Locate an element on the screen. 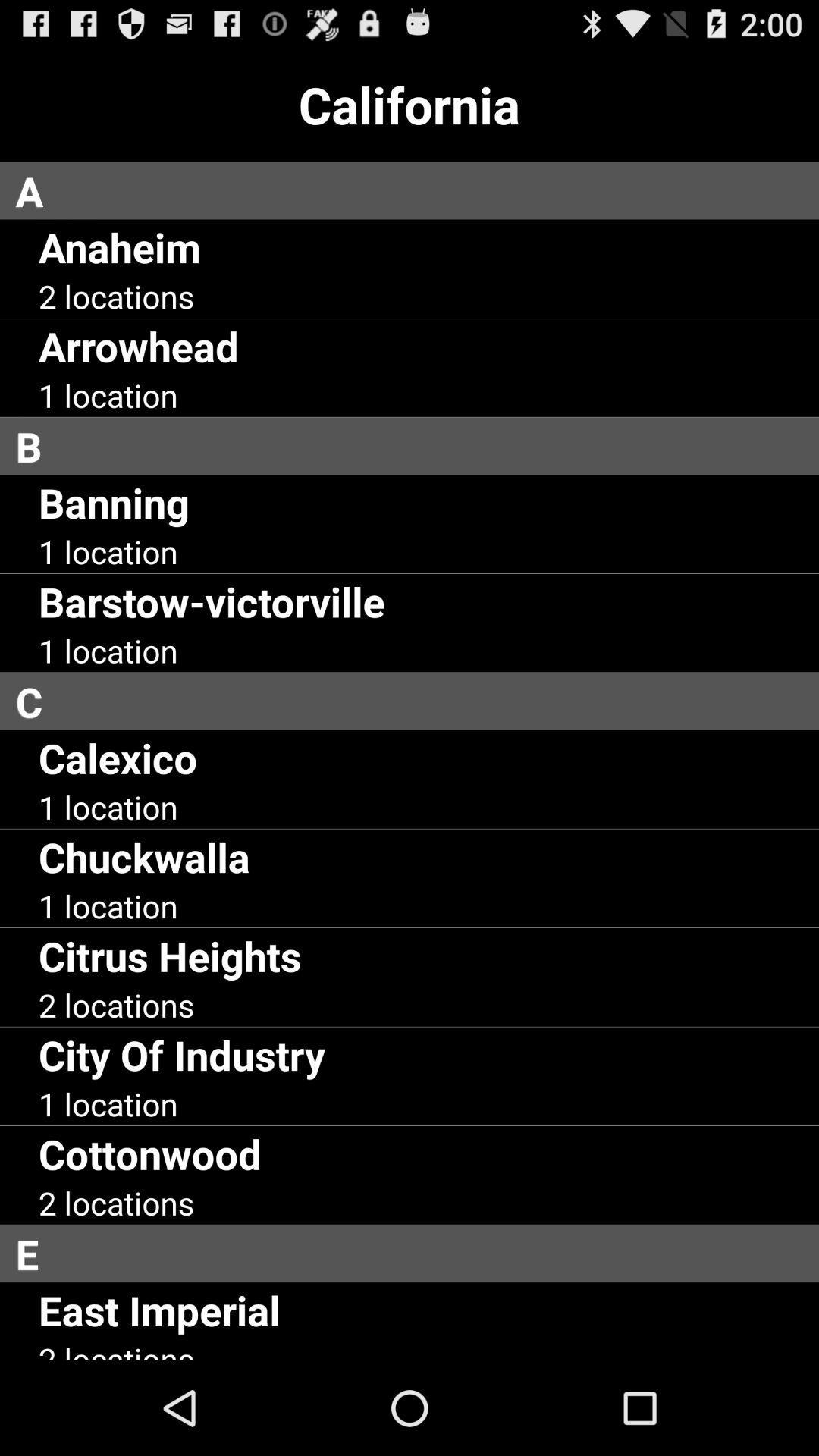 Image resolution: width=819 pixels, height=1456 pixels. the chuckwalla is located at coordinates (144, 856).